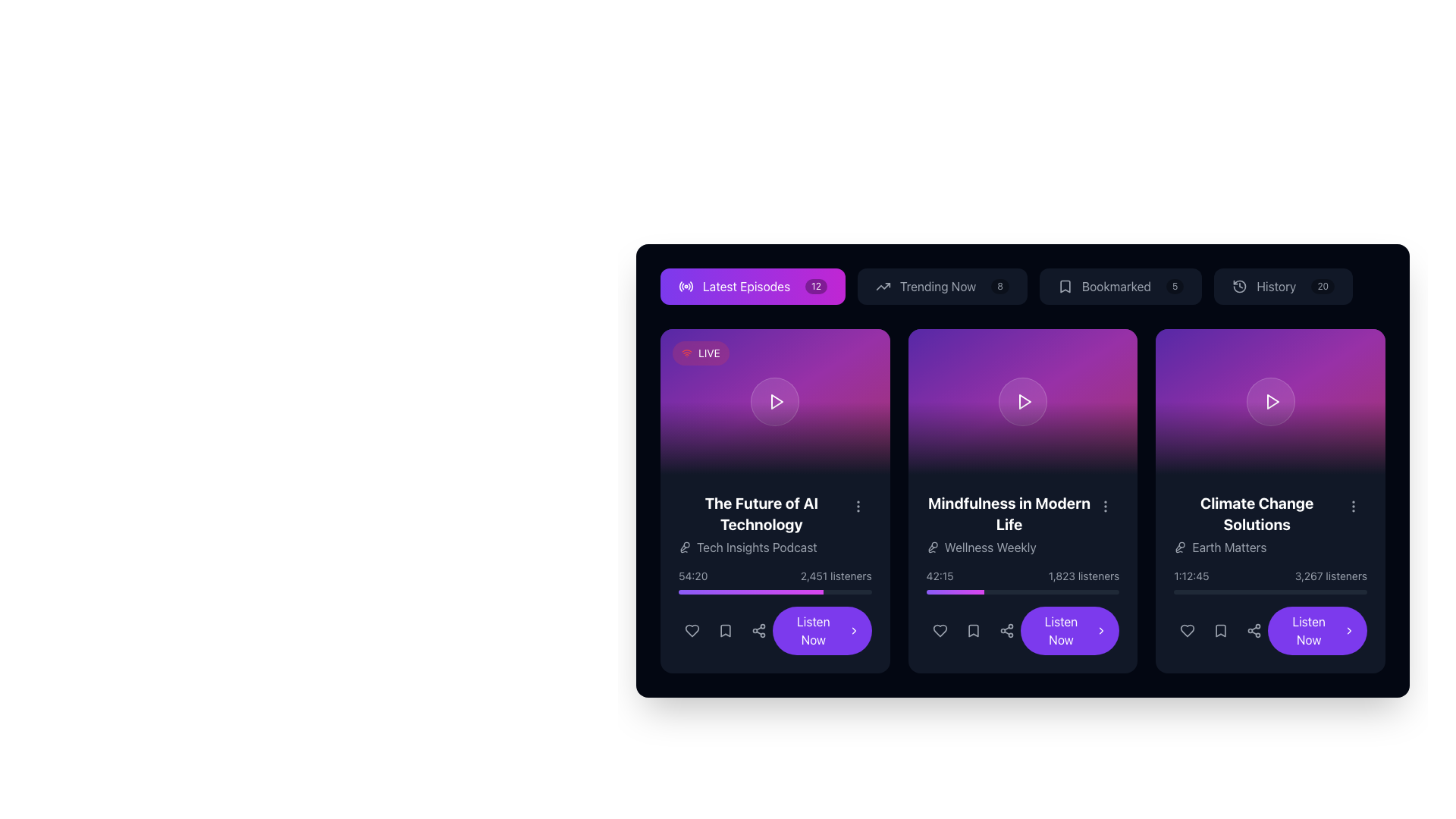 This screenshot has width=1456, height=819. Describe the element at coordinates (746, 287) in the screenshot. I see `the 'Latest Episodes' text label in the navigation bar` at that location.